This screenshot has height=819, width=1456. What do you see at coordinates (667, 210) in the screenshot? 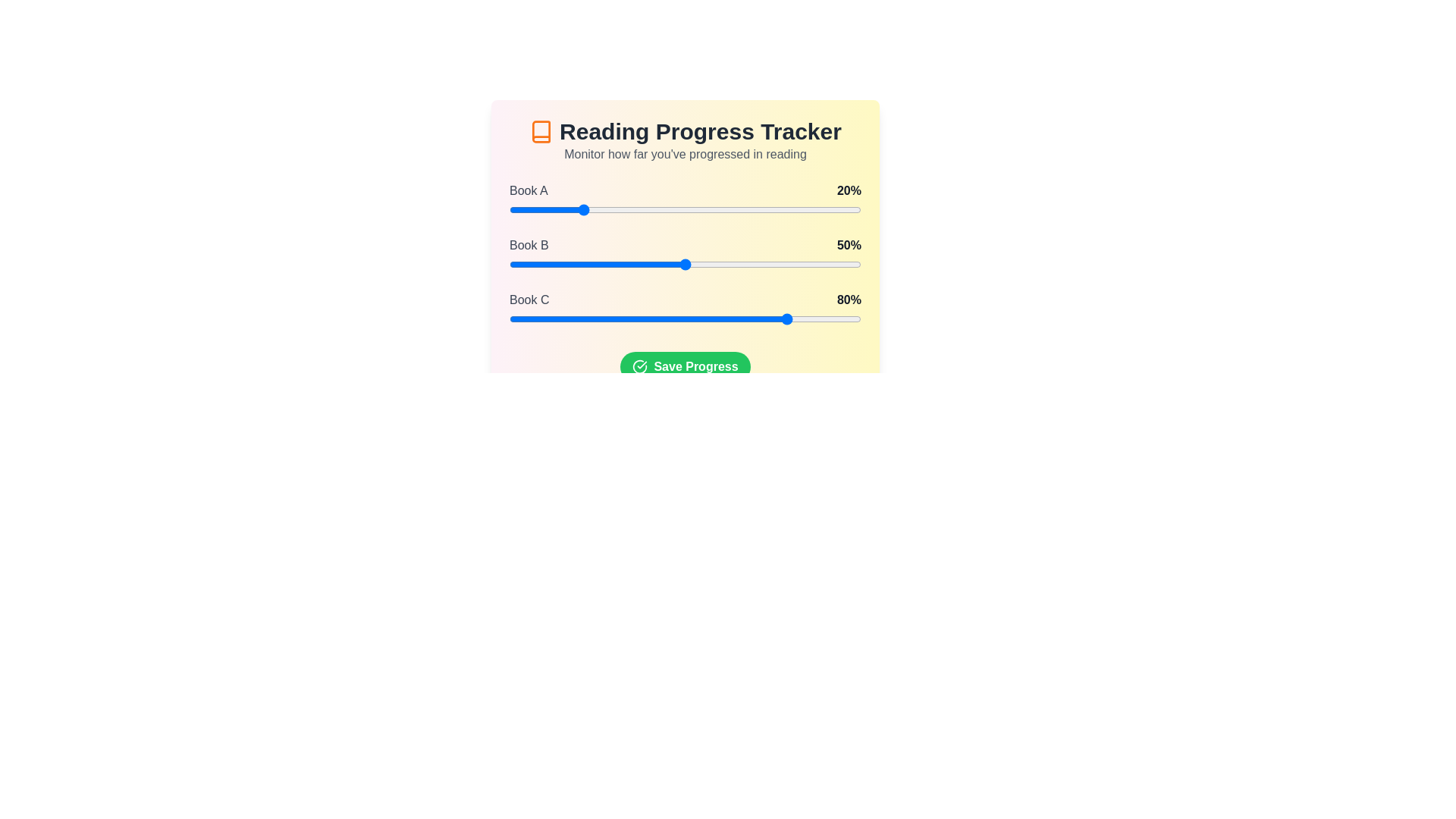
I see `the slider for a book to set its progress to 45%` at bounding box center [667, 210].